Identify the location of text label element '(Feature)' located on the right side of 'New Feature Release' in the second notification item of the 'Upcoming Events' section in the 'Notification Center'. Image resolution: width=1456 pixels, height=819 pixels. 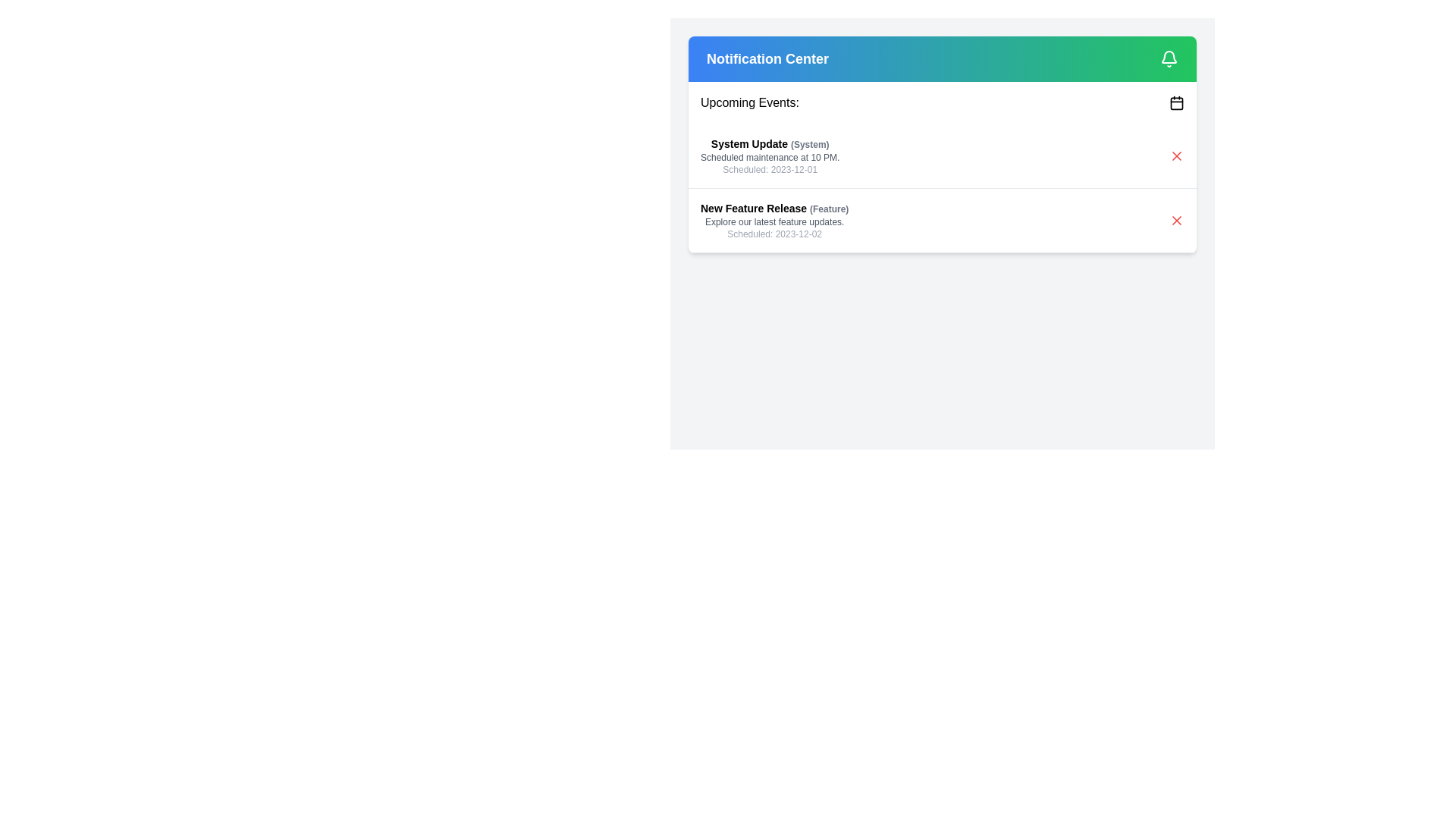
(828, 209).